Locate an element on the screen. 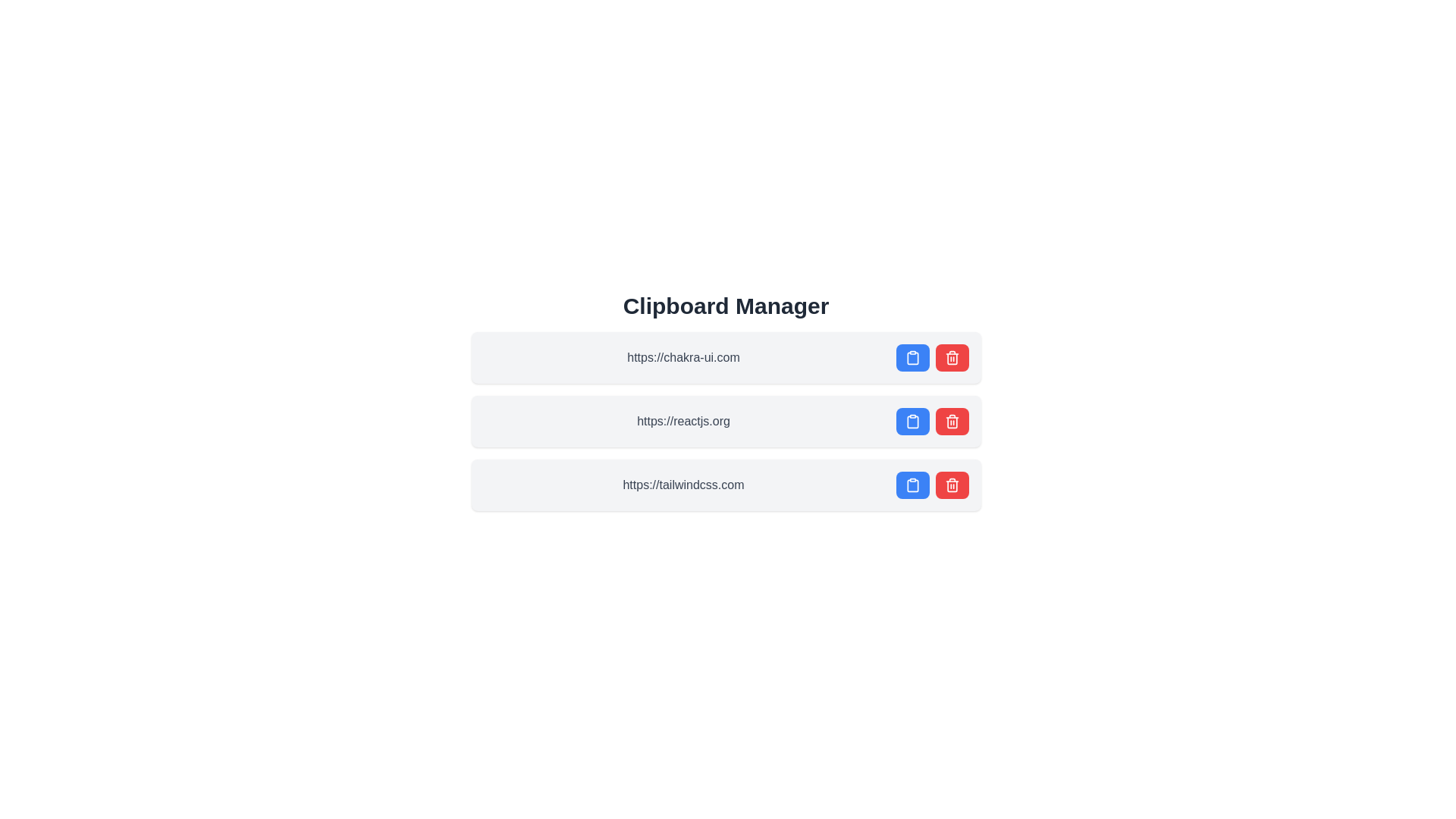 The width and height of the screenshot is (1456, 819). the Text label displaying the URL "https://tailwindcss.com" which is located in the third row, to the left of a blue clipboard button and a red delete button is located at coordinates (682, 485).